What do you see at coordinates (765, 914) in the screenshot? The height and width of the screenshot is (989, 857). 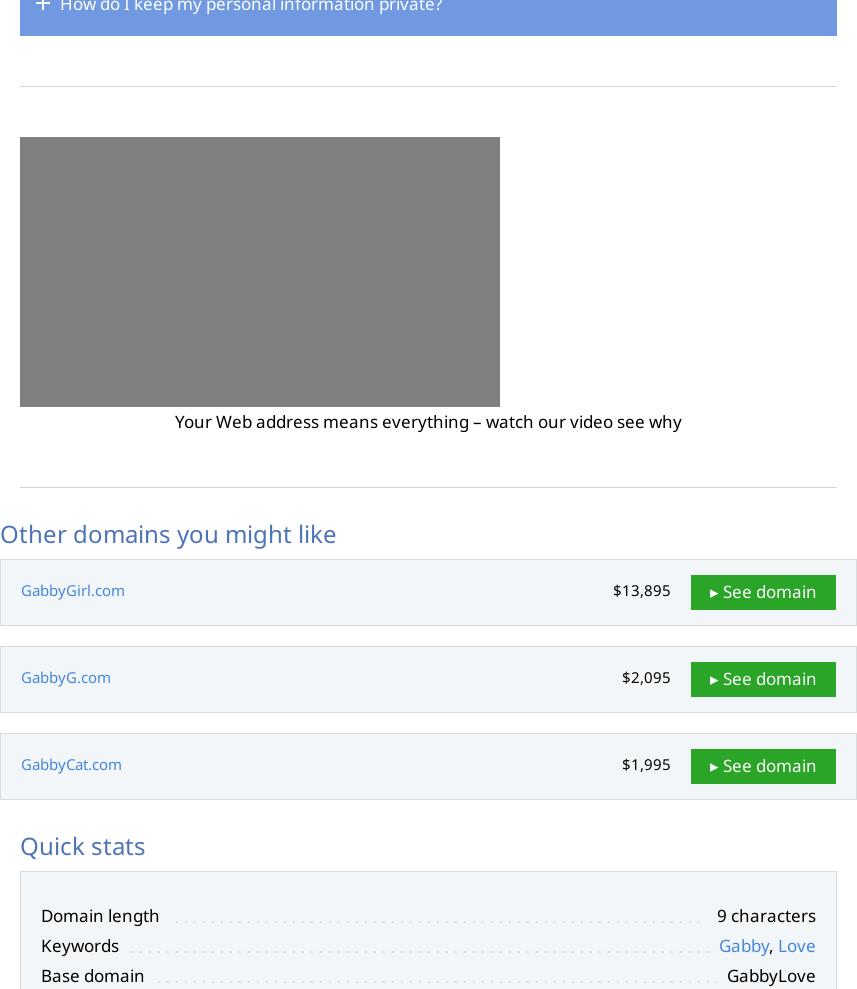 I see `'9 characters'` at bounding box center [765, 914].